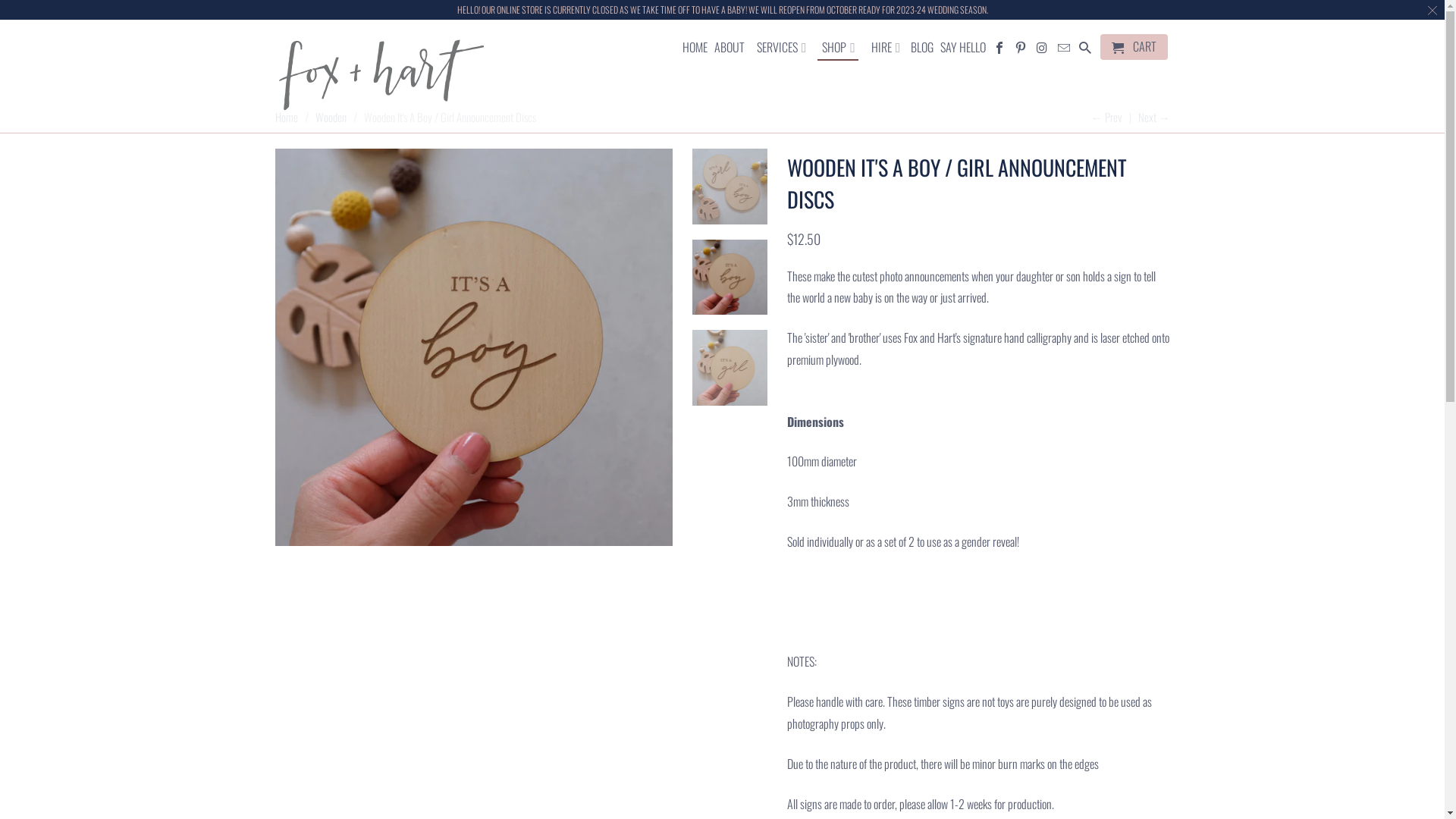 The height and width of the screenshot is (819, 1456). Describe the element at coordinates (330, 116) in the screenshot. I see `'Wooden'` at that location.